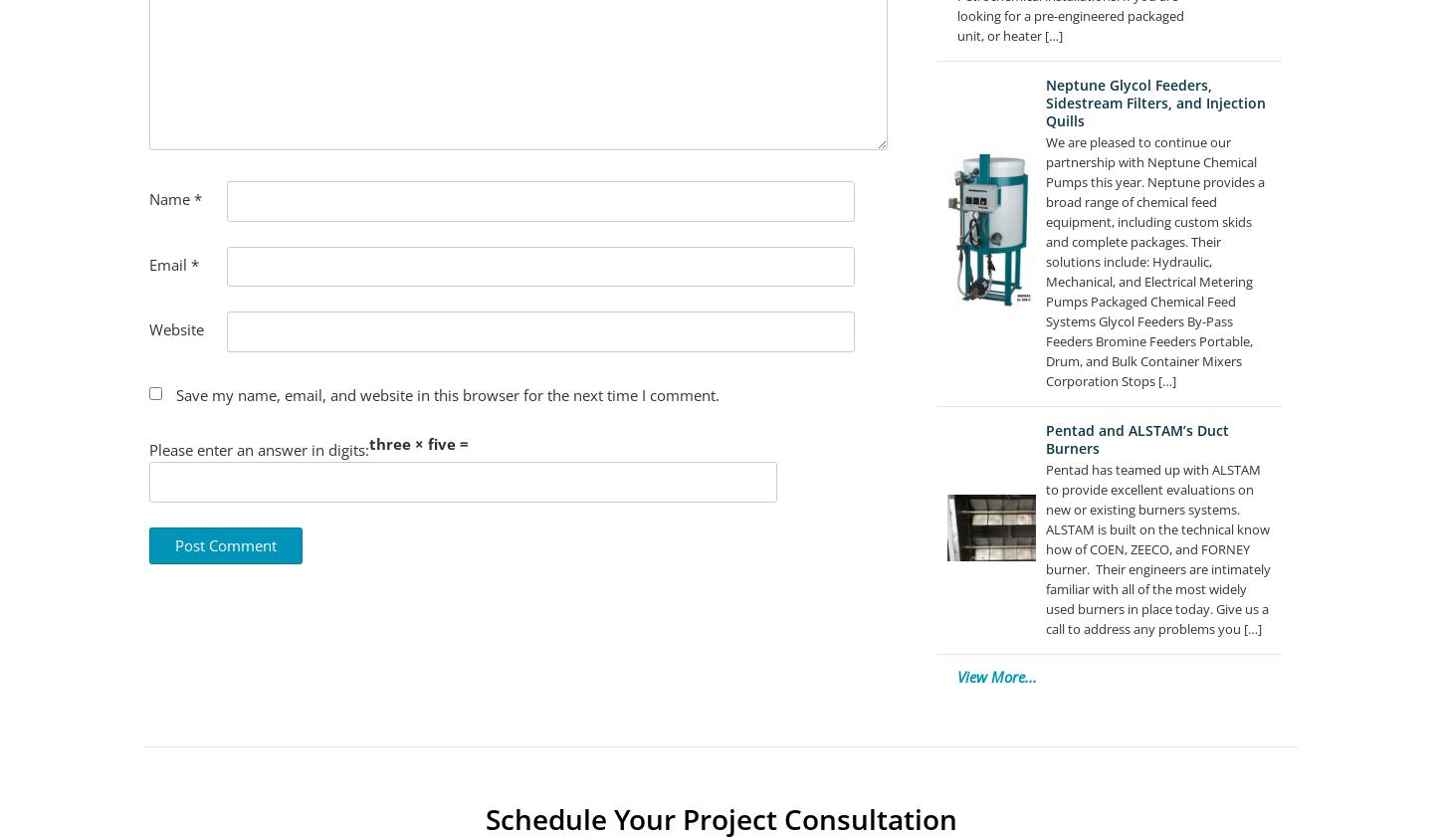 This screenshot has height=840, width=1443. What do you see at coordinates (1135, 438) in the screenshot?
I see `'Pentad and ALSTAM’s Duct Burners'` at bounding box center [1135, 438].